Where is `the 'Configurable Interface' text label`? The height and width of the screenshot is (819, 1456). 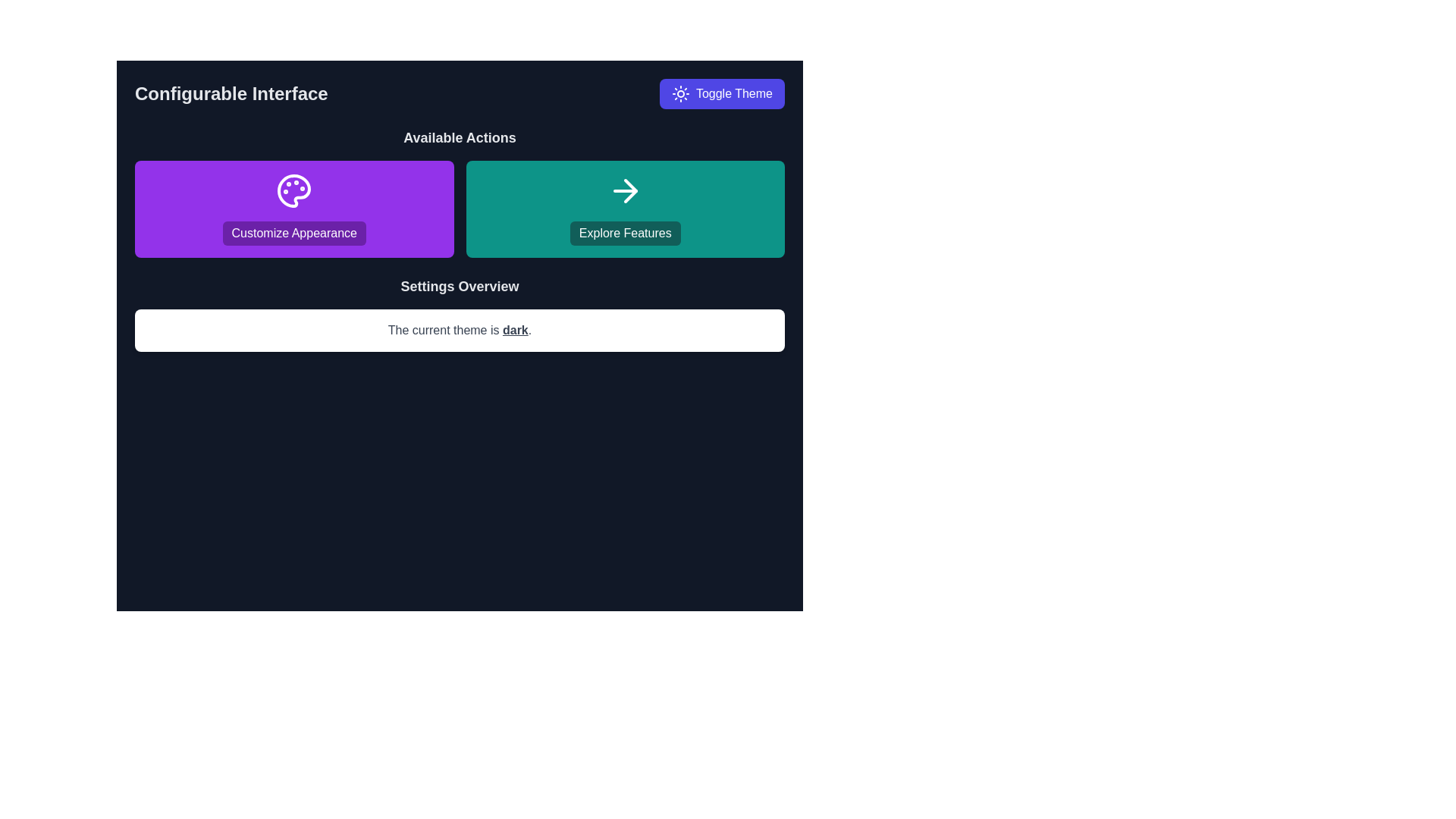
the 'Configurable Interface' text label is located at coordinates (231, 93).